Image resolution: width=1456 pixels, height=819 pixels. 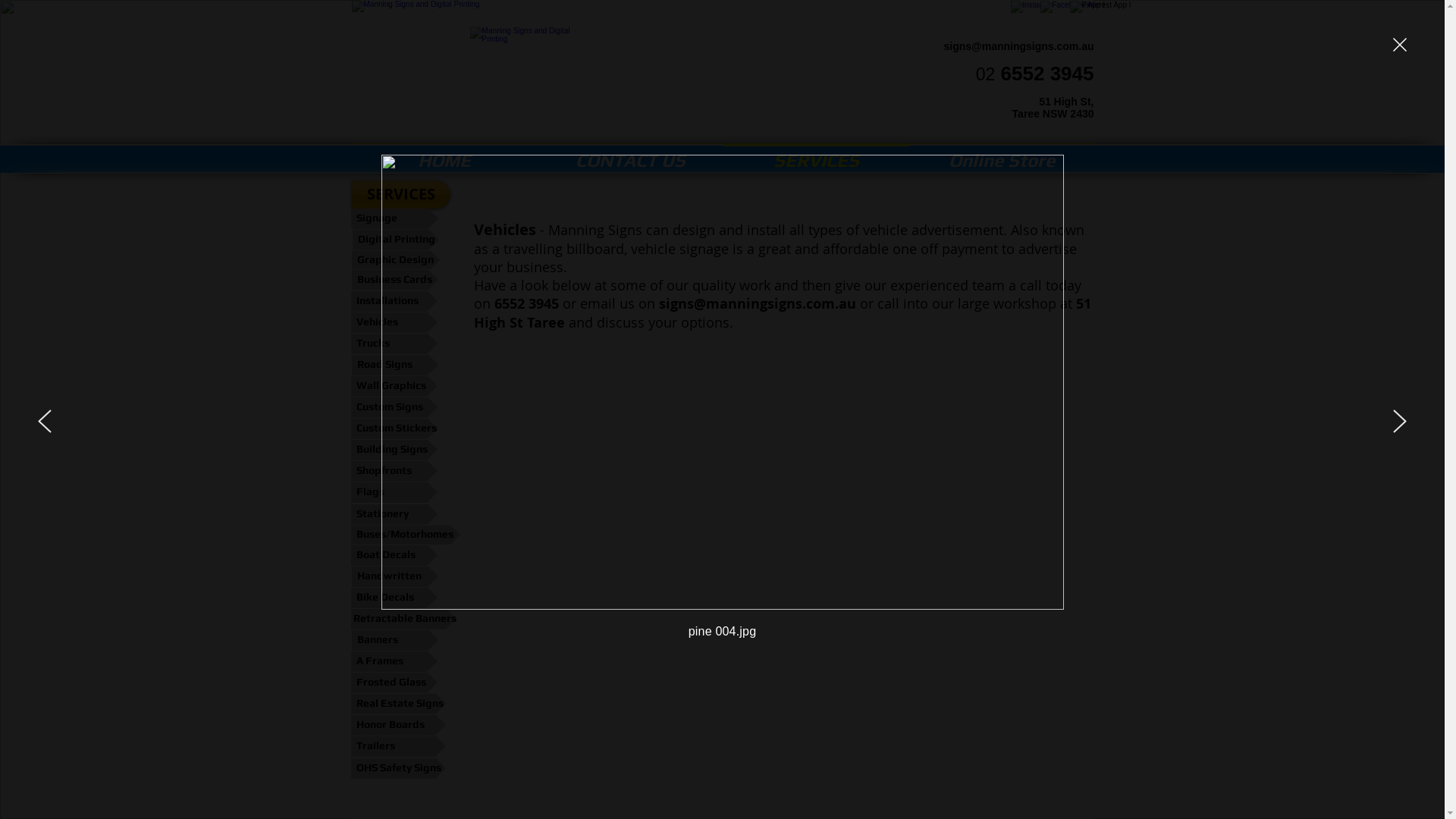 I want to click on 'Real Estate Signs', so click(x=349, y=703).